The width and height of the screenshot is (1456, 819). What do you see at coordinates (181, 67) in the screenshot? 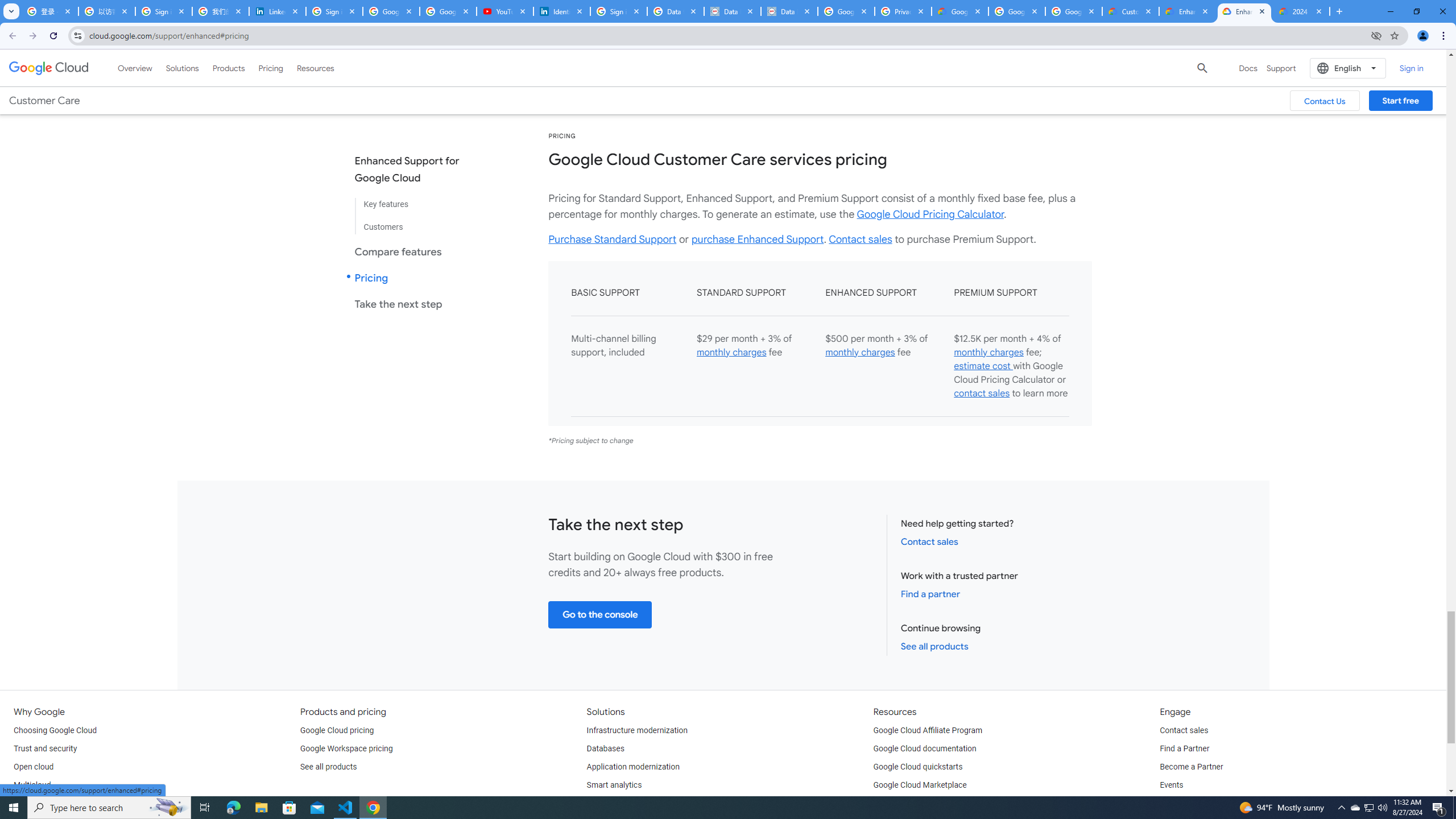
I see `'Solutions'` at bounding box center [181, 67].